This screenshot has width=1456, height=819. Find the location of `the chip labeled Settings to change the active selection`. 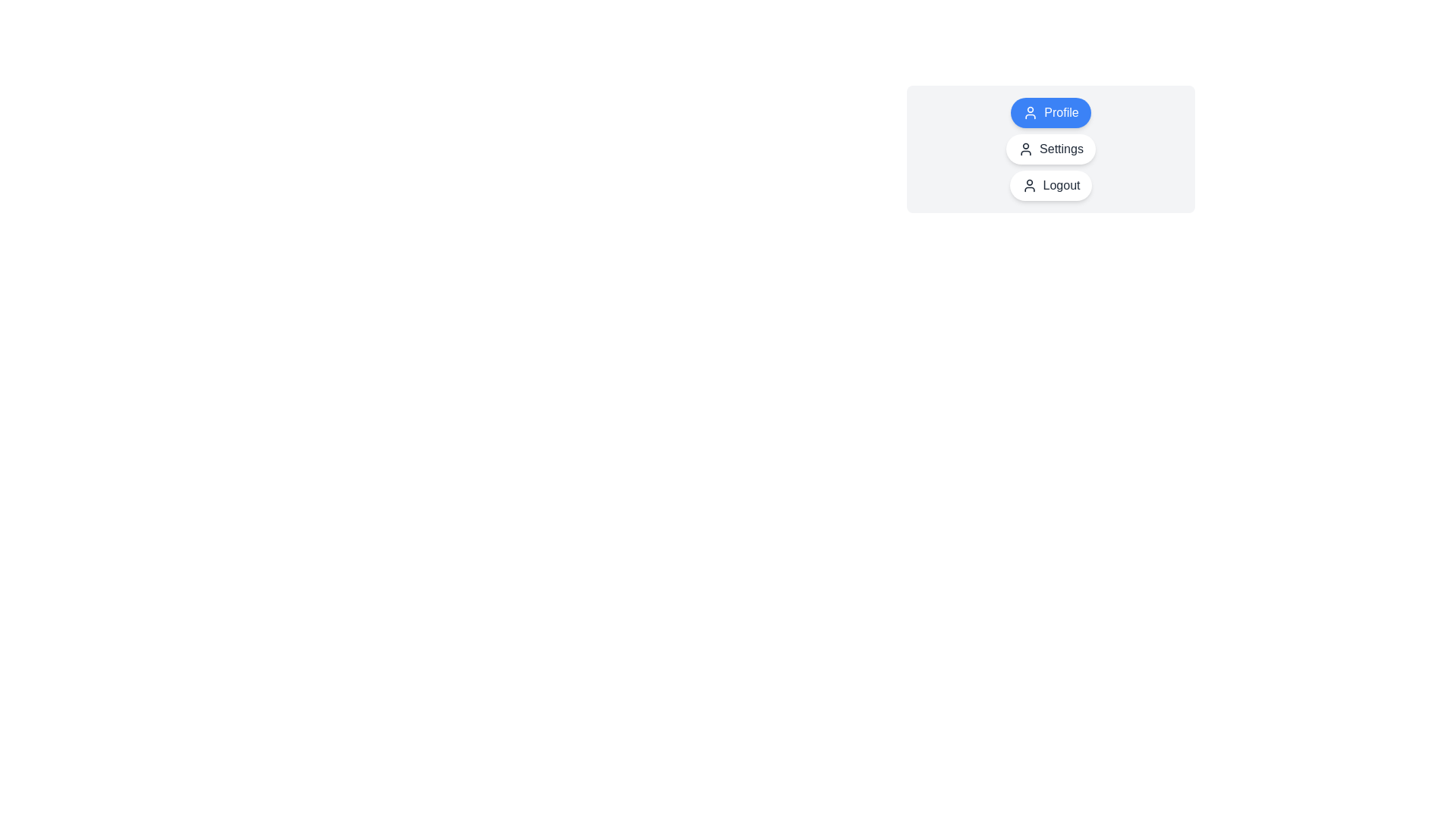

the chip labeled Settings to change the active selection is located at coordinates (1050, 149).